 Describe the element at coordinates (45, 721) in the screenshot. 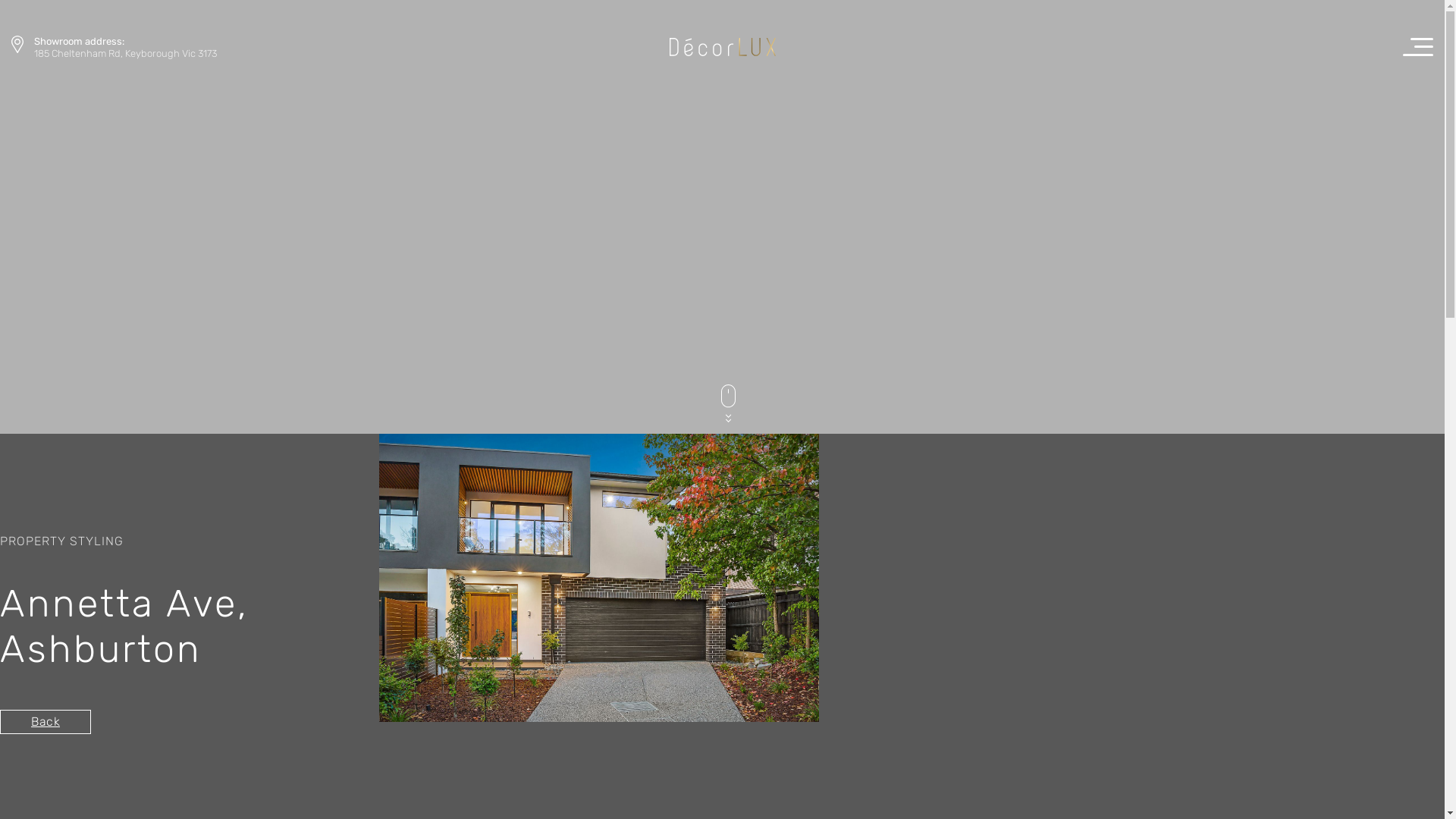

I see `'Back'` at that location.